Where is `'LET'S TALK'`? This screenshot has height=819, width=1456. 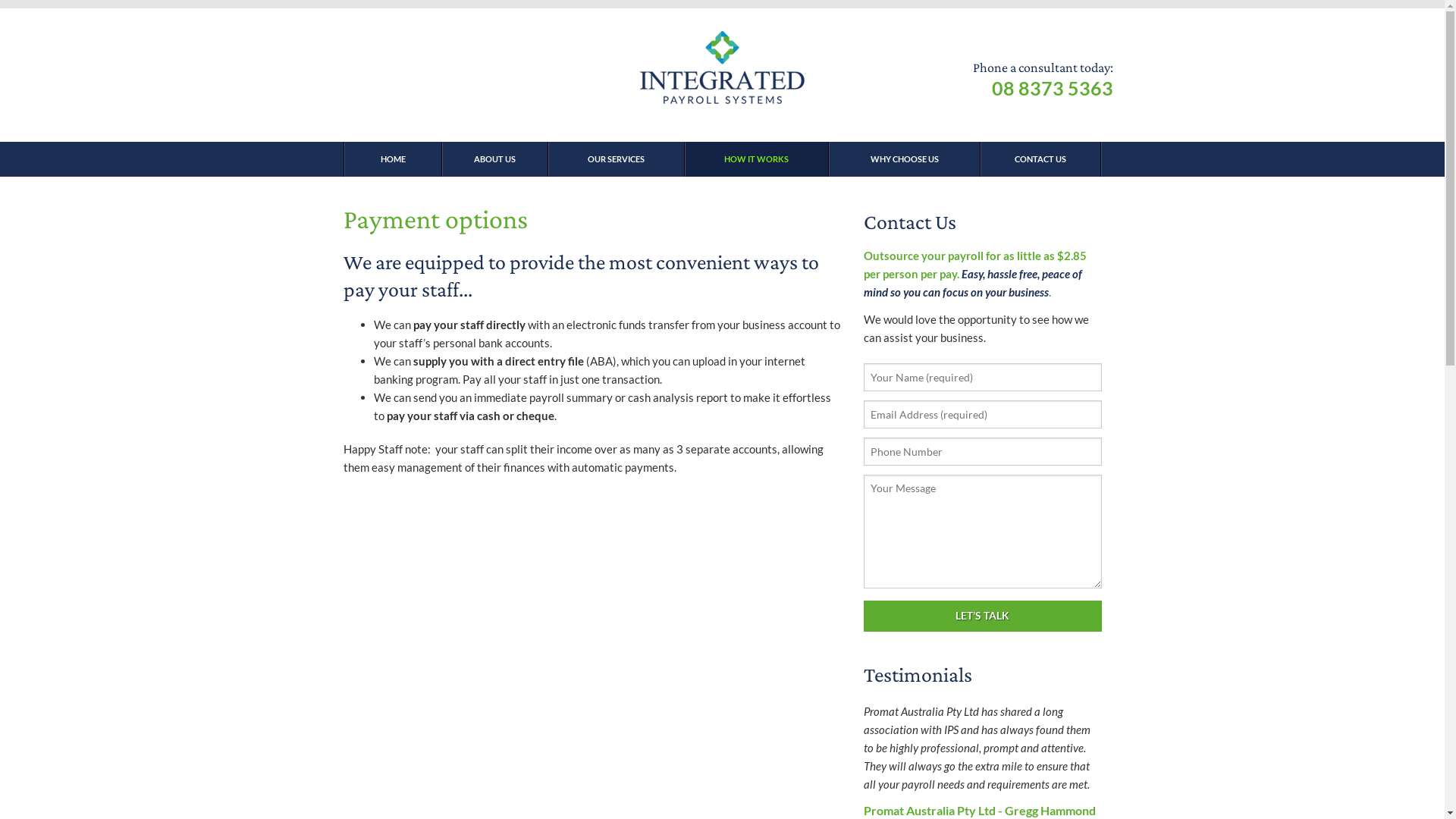
'LET'S TALK' is located at coordinates (982, 616).